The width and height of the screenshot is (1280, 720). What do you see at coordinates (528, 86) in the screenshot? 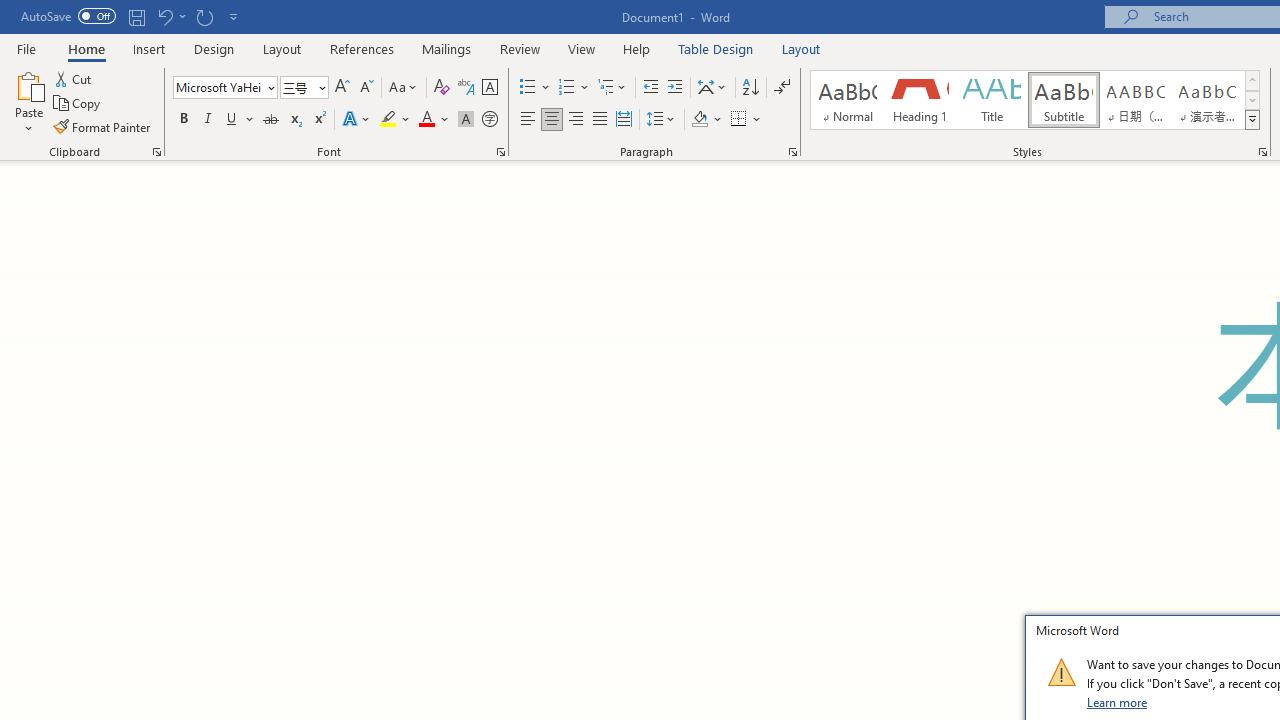
I see `'Bullets'` at bounding box center [528, 86].